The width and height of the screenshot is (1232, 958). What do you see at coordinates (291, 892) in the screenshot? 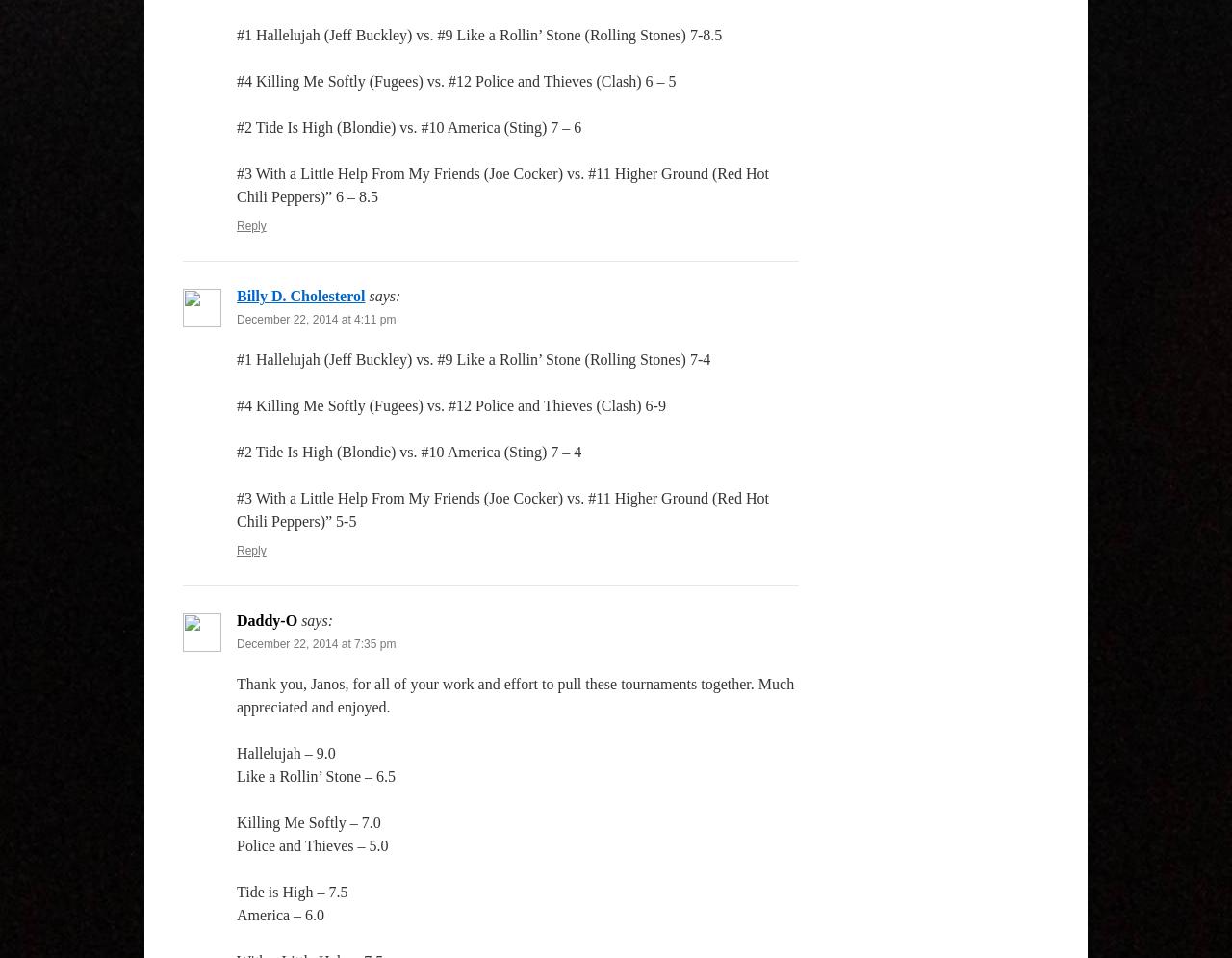
I see `'Tide is High – 7.5'` at bounding box center [291, 892].